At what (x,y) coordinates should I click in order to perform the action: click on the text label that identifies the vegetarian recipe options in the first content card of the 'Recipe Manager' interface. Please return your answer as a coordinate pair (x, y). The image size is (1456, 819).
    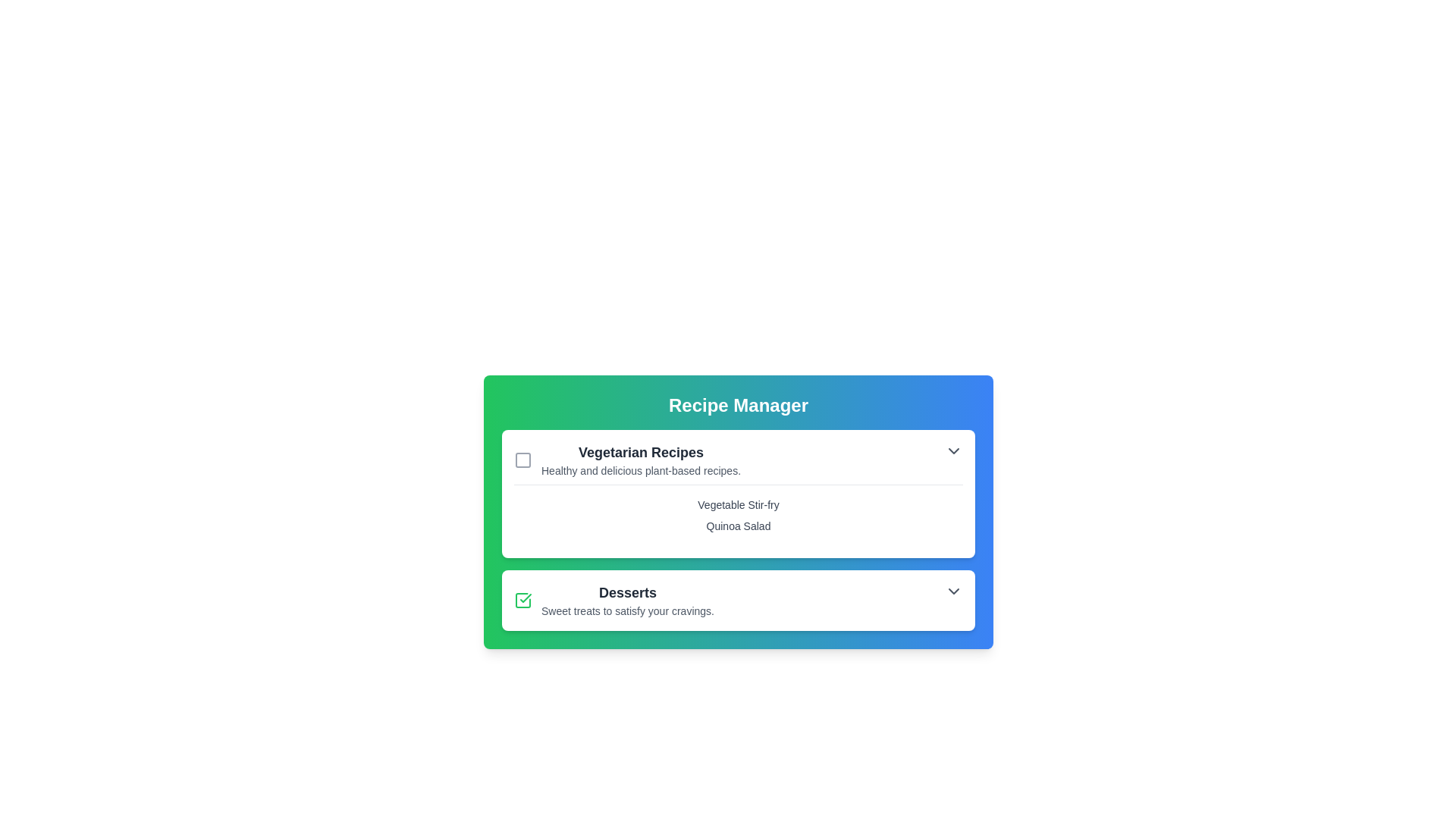
    Looking at the image, I should click on (641, 452).